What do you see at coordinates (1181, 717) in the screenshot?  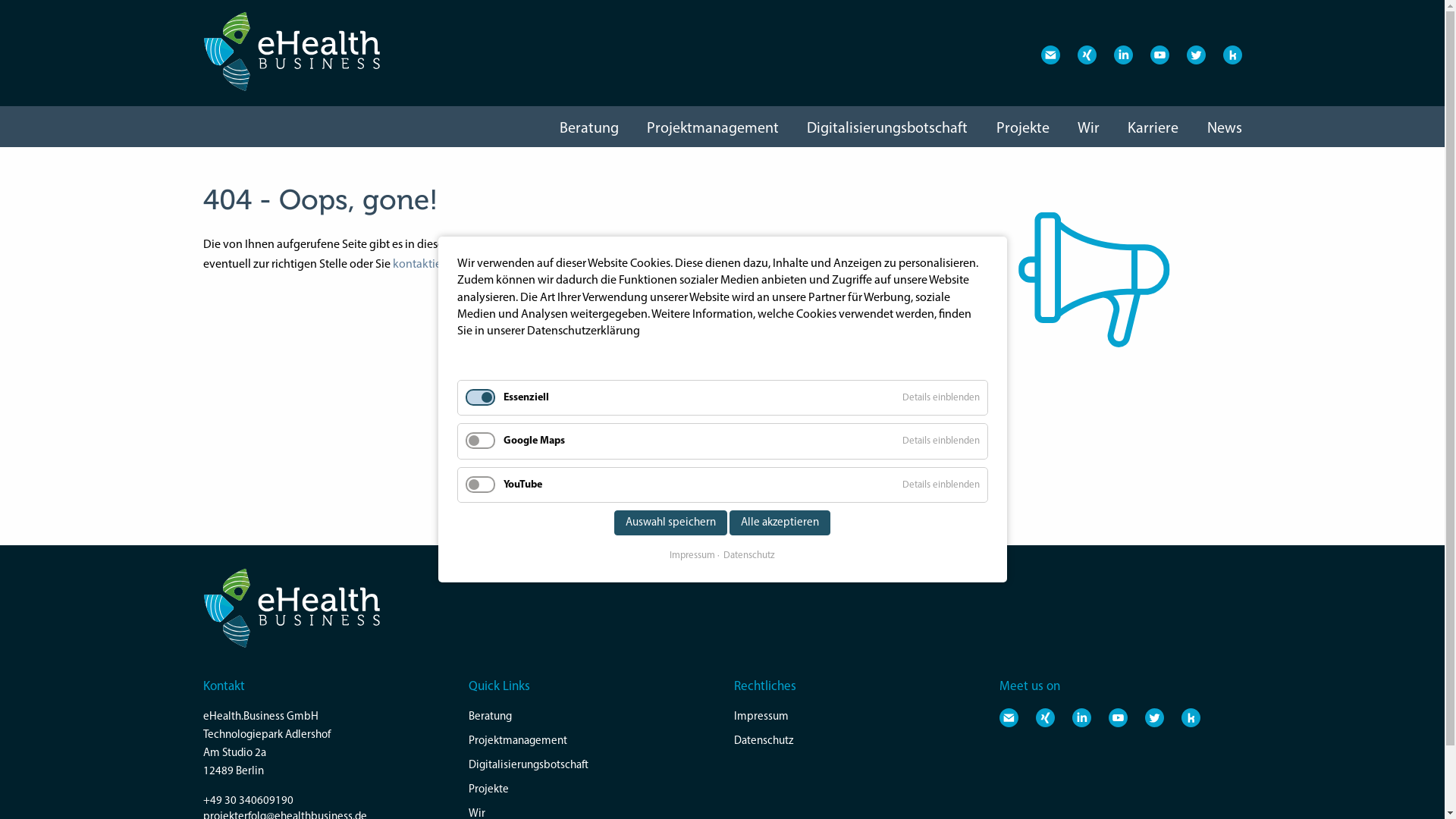 I see `'Besuchen Sie uns auf Kununu'` at bounding box center [1181, 717].